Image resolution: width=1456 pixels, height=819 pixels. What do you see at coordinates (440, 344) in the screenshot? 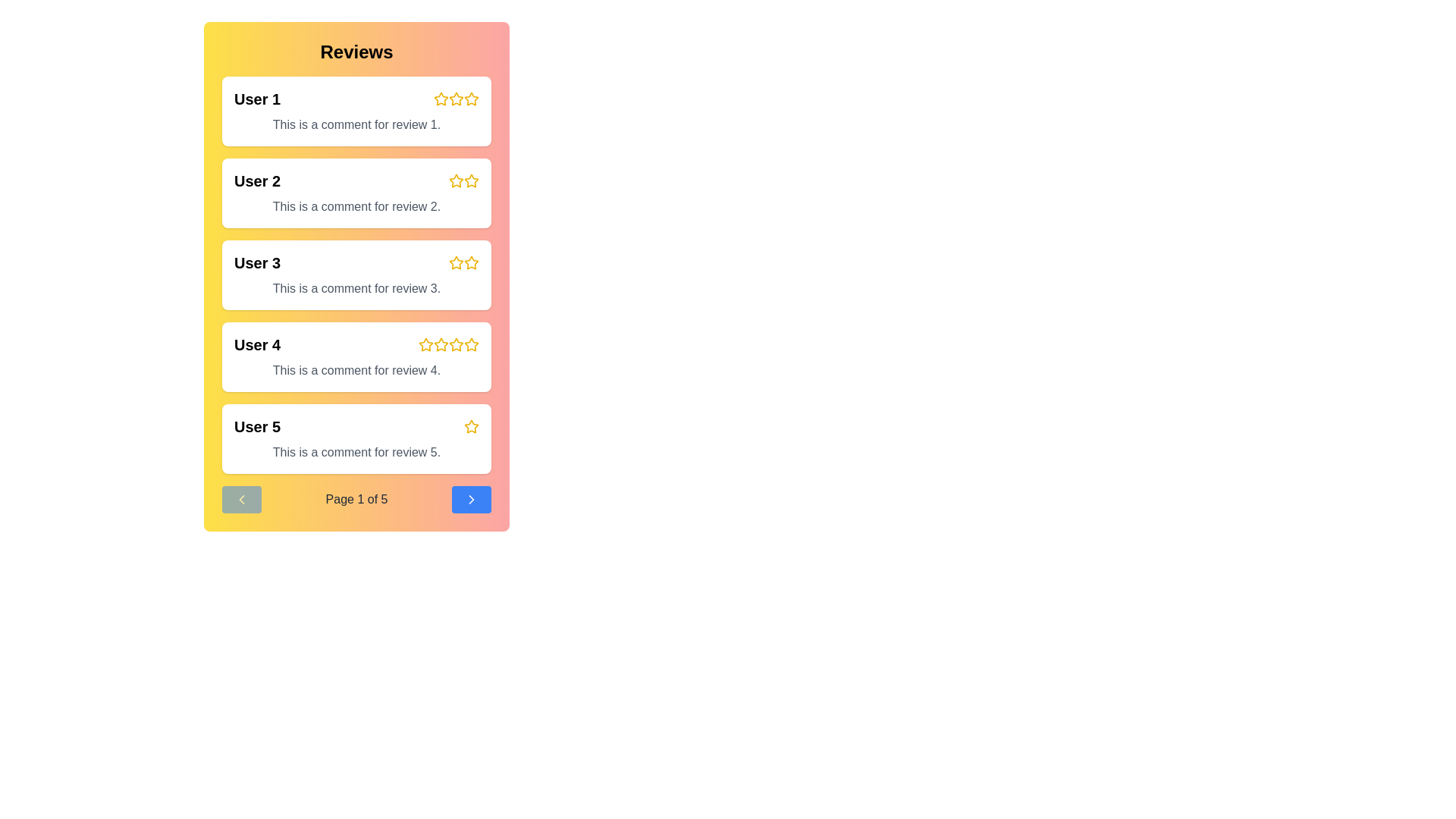
I see `the fourth star icon` at bounding box center [440, 344].